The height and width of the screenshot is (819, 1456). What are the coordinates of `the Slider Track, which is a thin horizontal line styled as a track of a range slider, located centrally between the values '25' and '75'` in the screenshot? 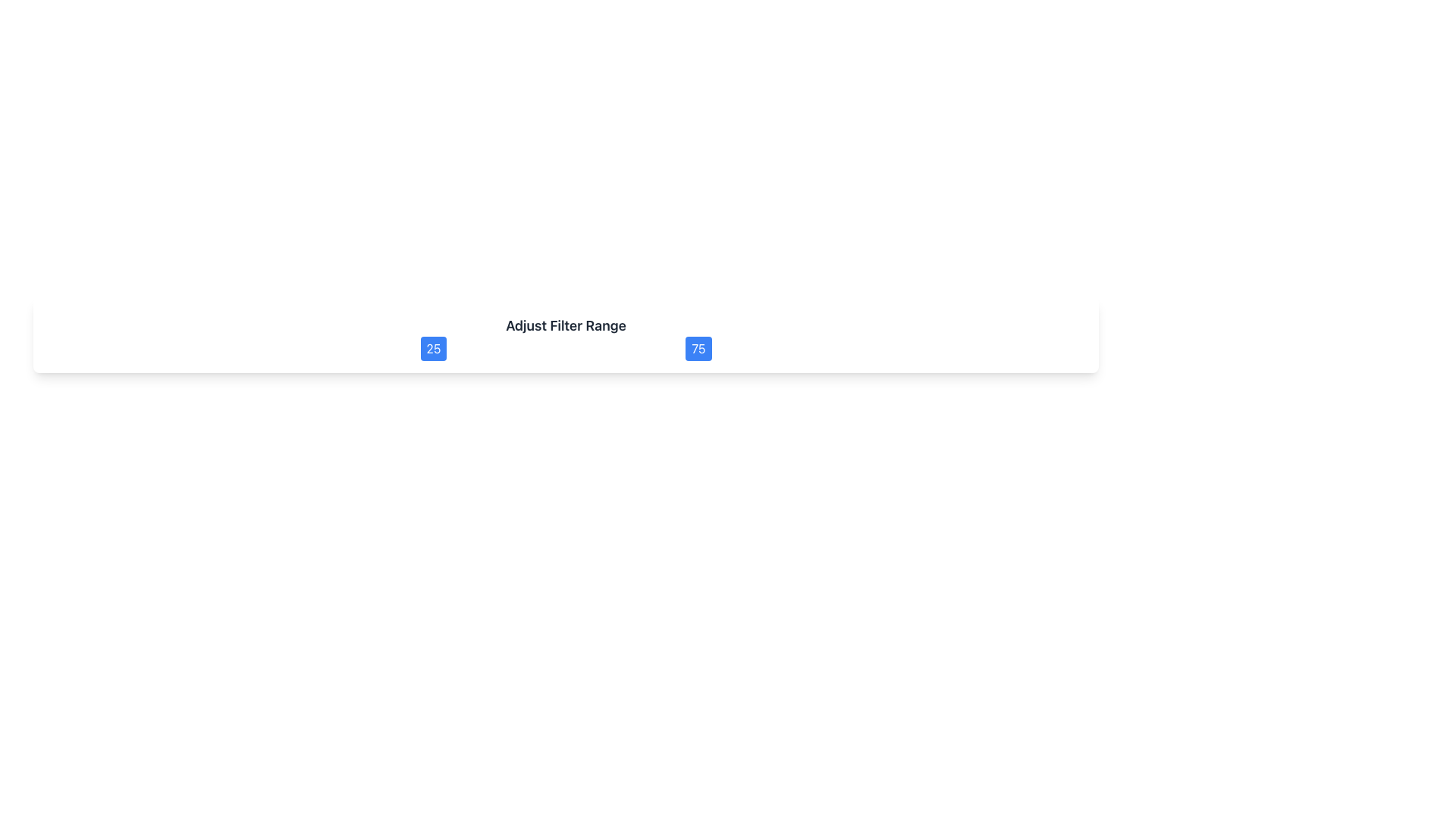 It's located at (615, 356).